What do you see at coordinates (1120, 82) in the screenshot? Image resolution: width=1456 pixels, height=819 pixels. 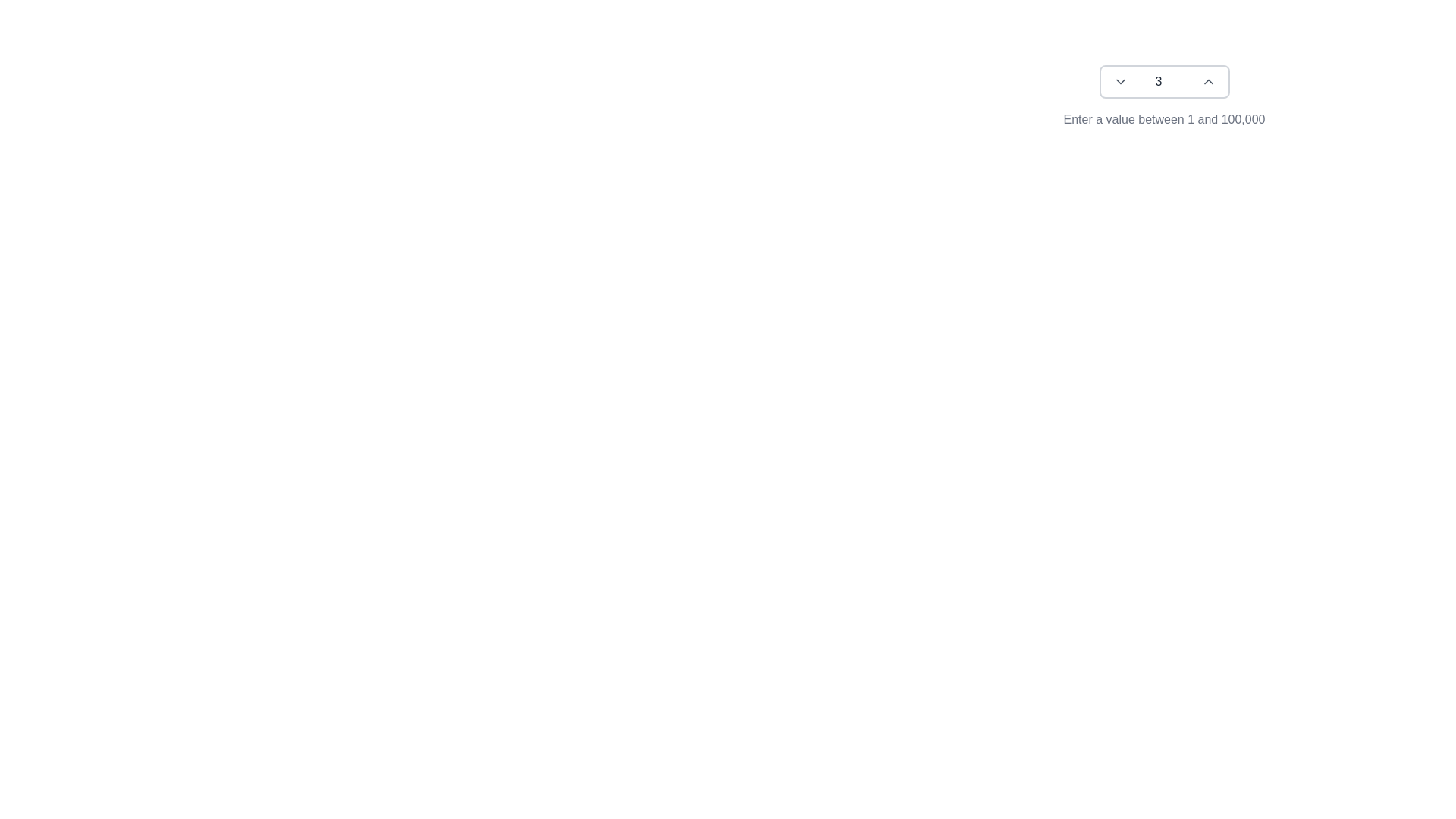 I see `the downward-facing chevron icon representing the dropdown trigger` at bounding box center [1120, 82].